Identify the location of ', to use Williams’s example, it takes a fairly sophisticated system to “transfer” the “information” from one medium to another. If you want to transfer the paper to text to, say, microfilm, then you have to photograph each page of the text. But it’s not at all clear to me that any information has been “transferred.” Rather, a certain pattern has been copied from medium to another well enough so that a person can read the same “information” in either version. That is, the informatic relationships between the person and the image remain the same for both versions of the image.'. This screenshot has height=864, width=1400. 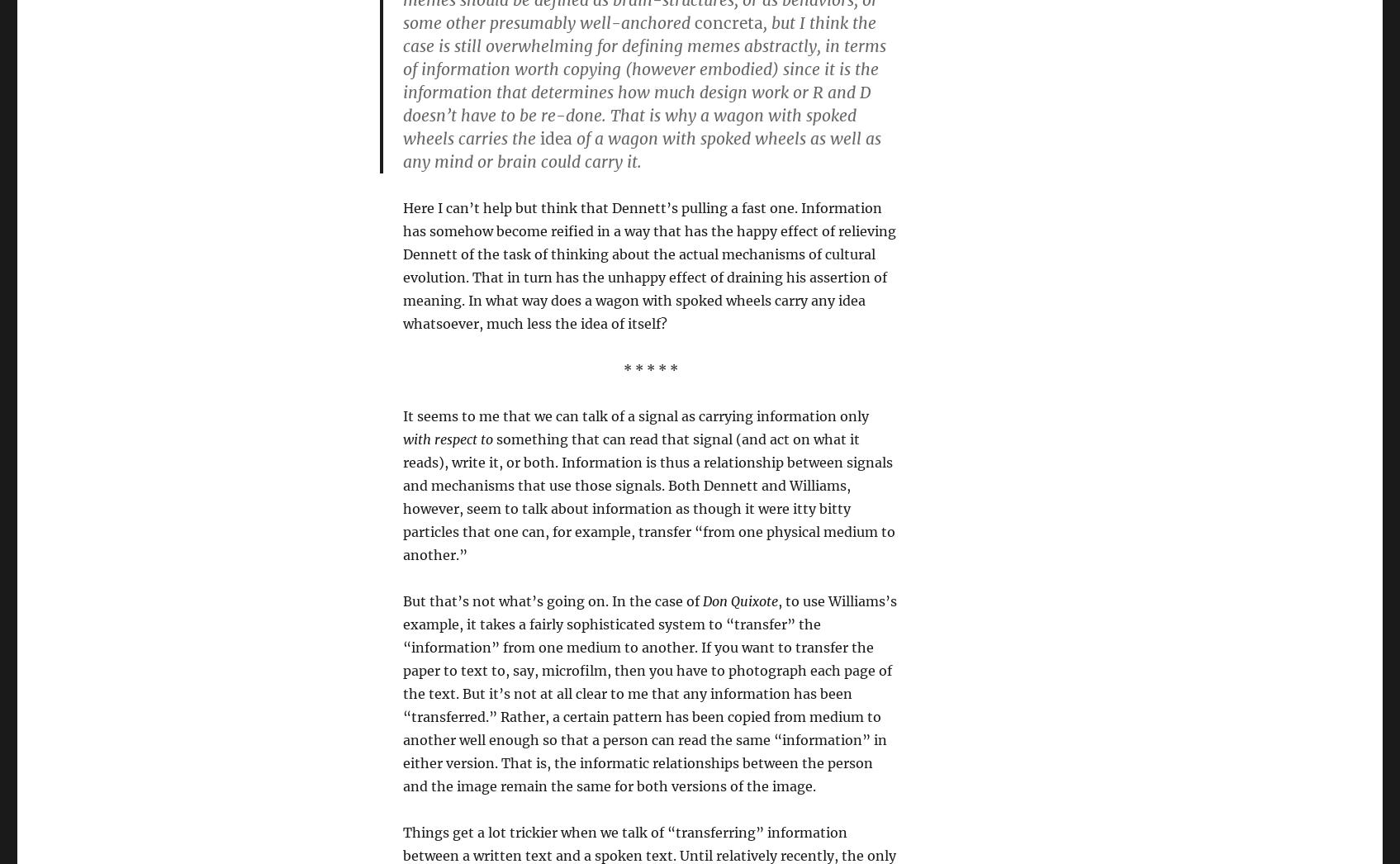
(648, 693).